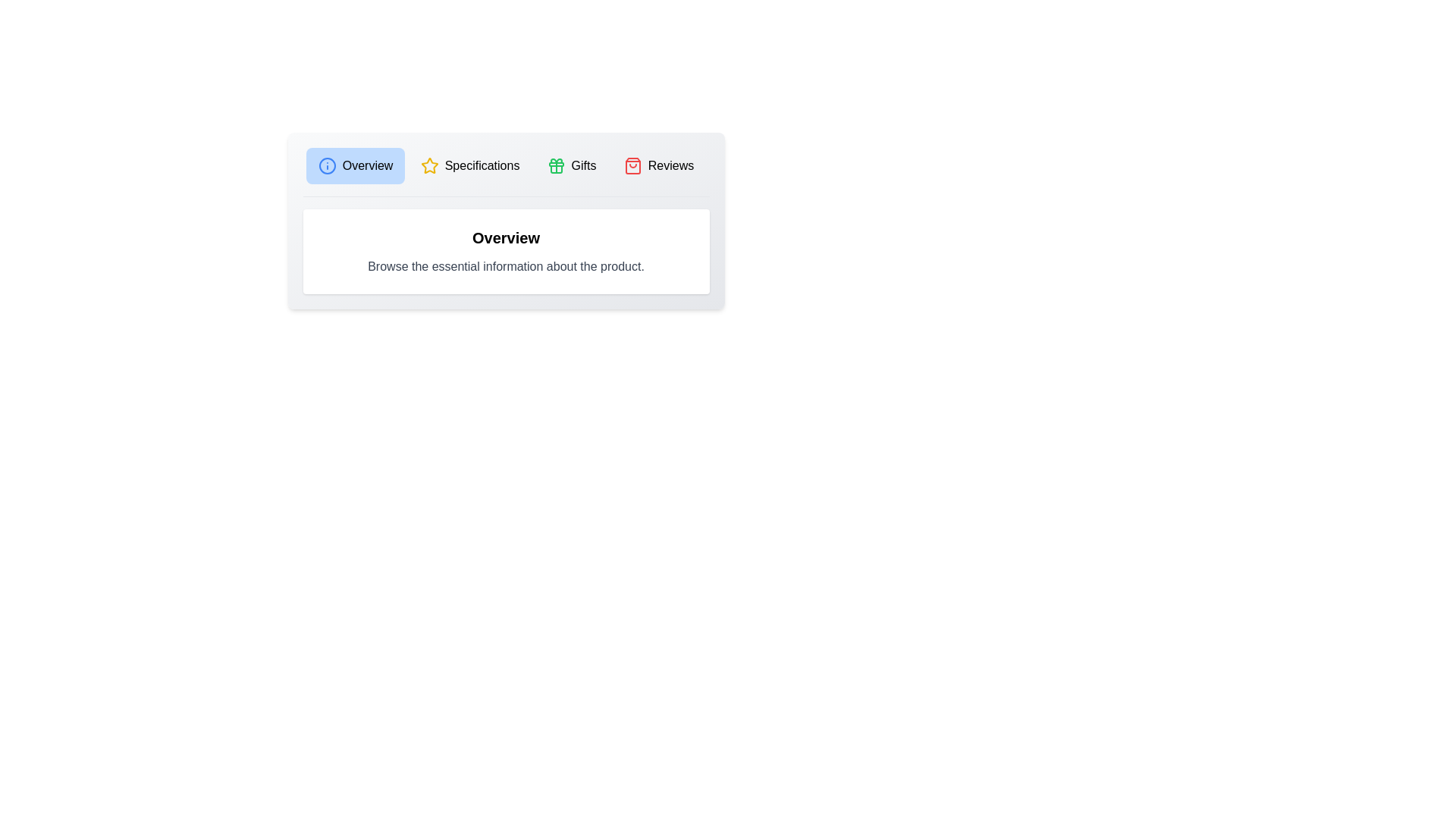  Describe the element at coordinates (355, 166) in the screenshot. I see `the Overview tab to display its content` at that location.